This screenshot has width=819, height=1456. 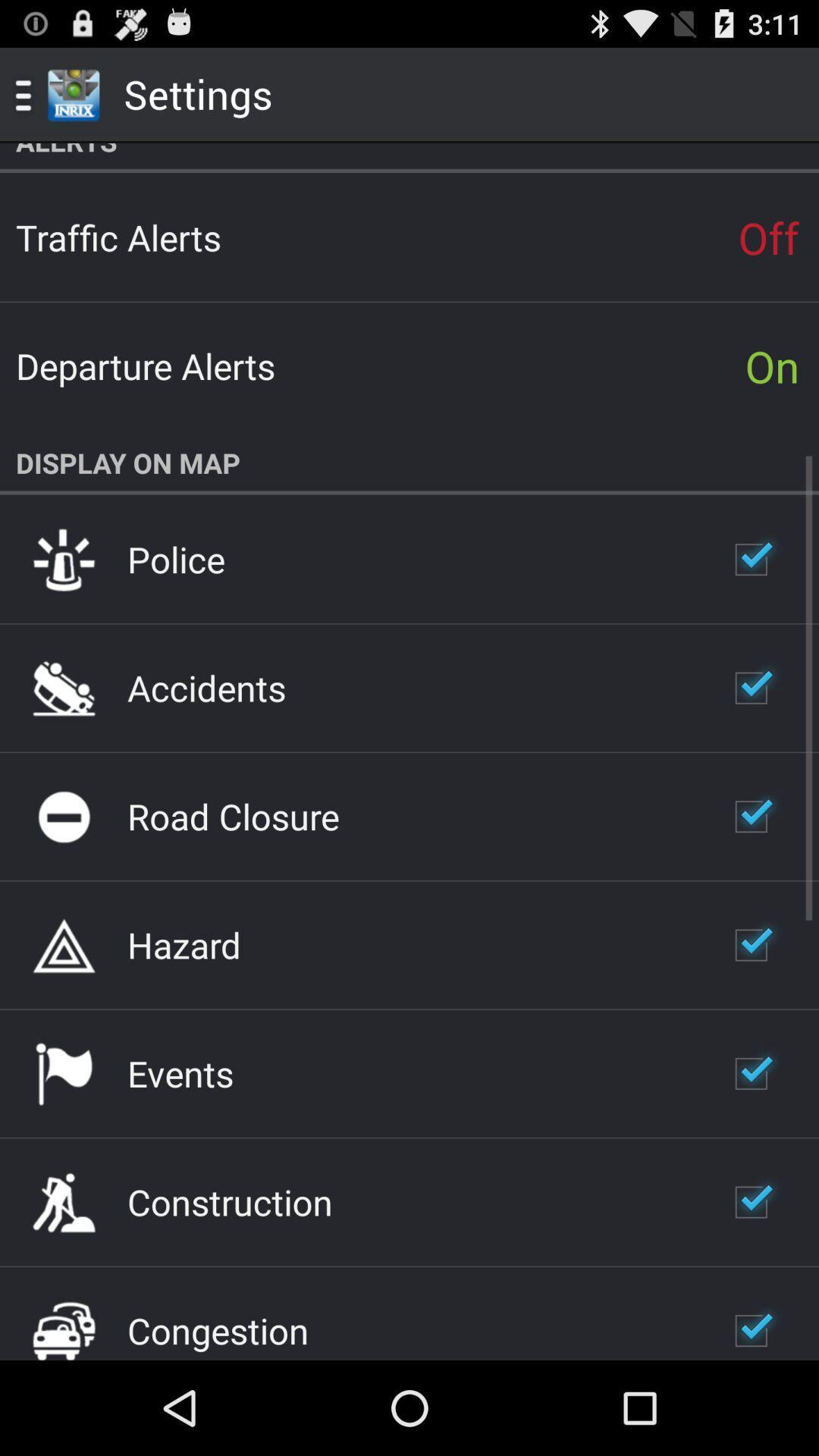 I want to click on the icon below the events, so click(x=230, y=1201).